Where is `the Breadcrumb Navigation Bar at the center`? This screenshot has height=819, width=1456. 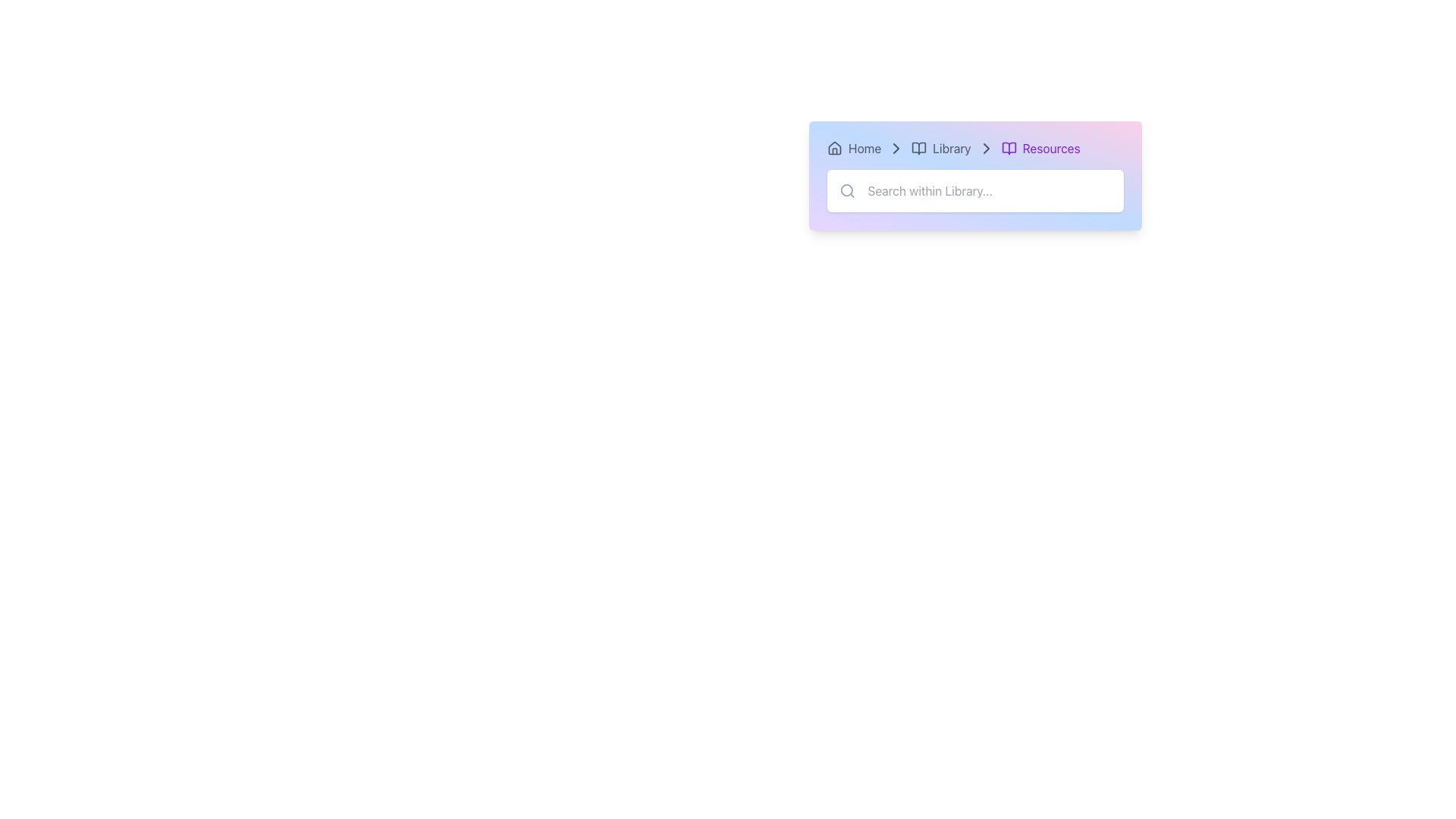 the Breadcrumb Navigation Bar at the center is located at coordinates (975, 149).